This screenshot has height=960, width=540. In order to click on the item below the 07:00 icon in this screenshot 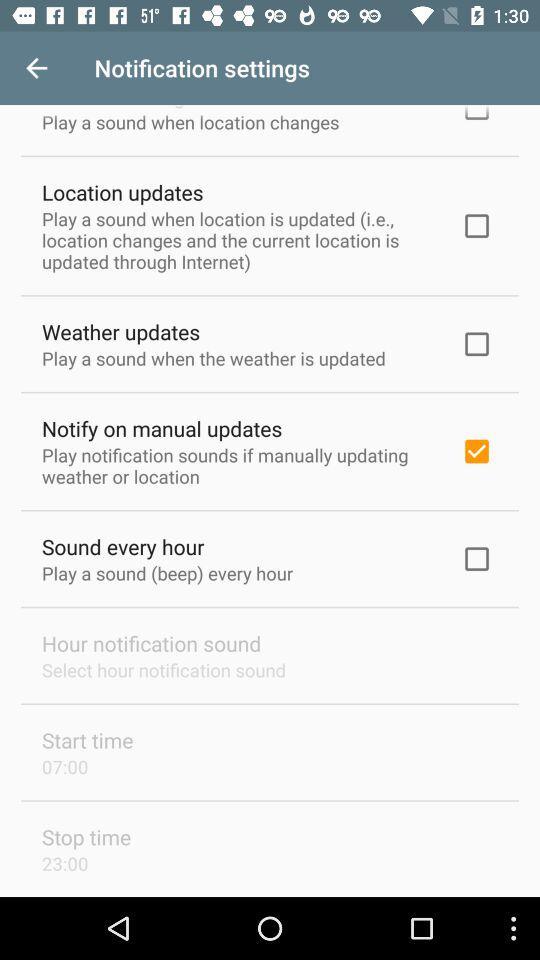, I will do `click(85, 837)`.